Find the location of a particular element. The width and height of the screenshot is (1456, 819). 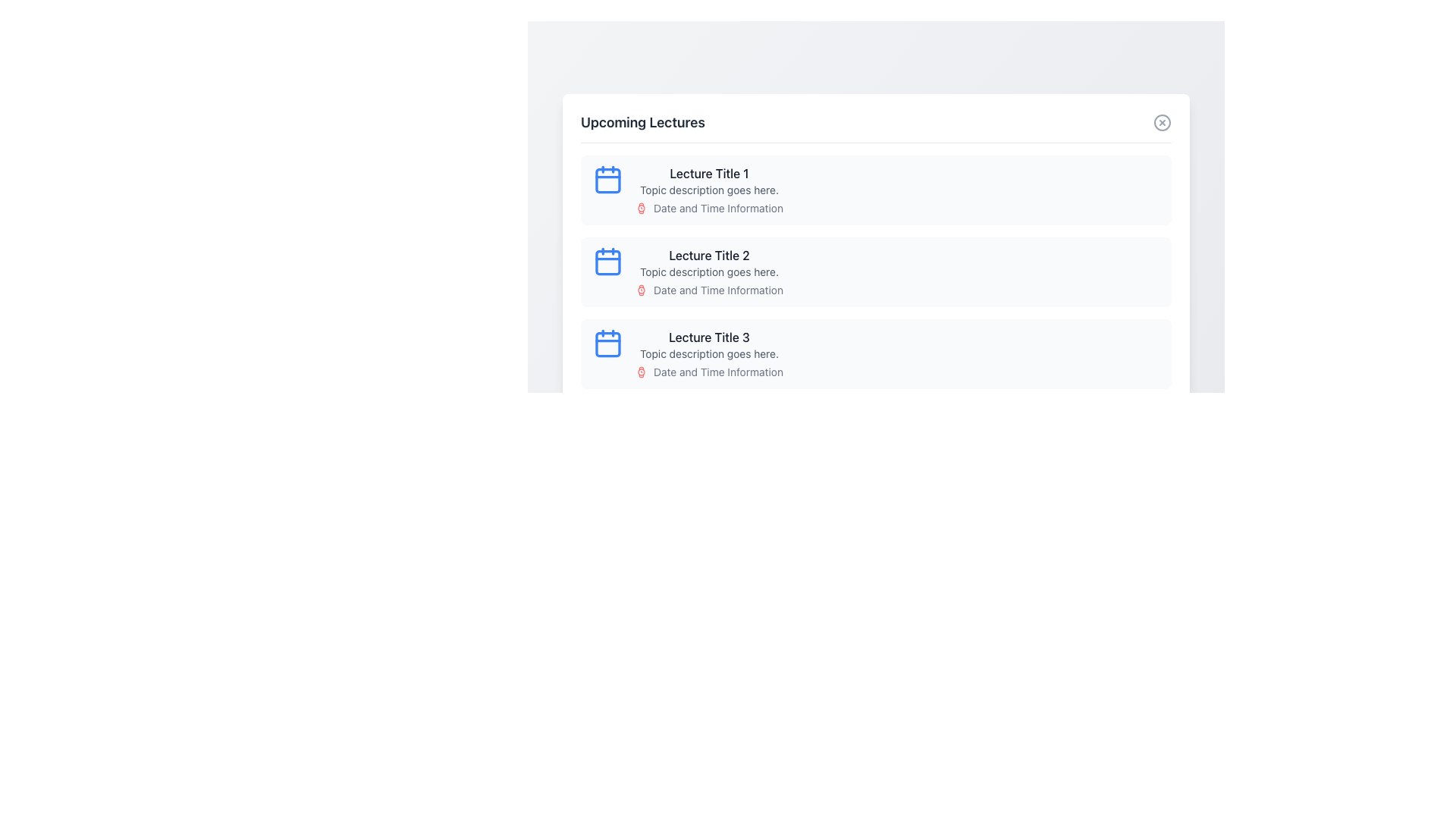

the calendar icon located in the top-left section of the box containing the 'Lecture Title 2' text, which indicates details about a scheduled date or event is located at coordinates (607, 260).